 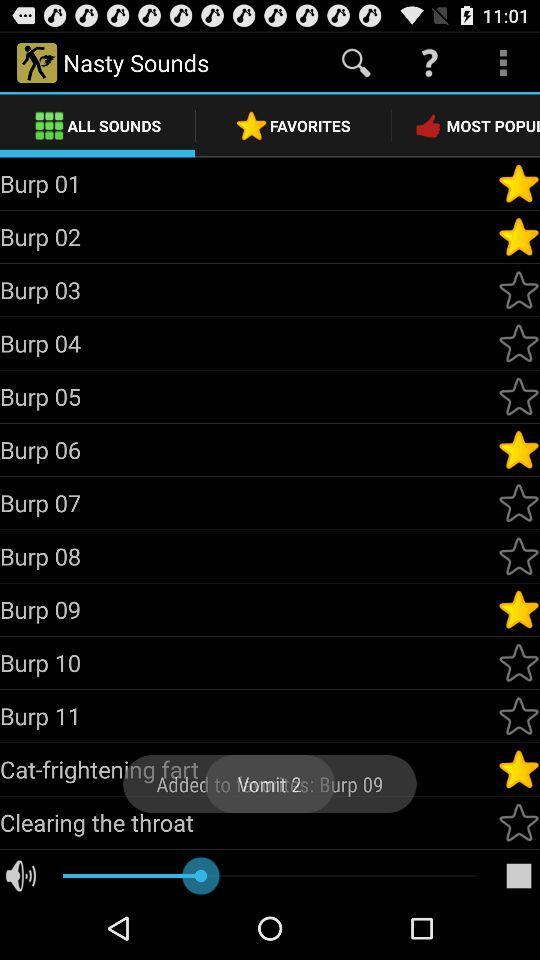 What do you see at coordinates (518, 556) in the screenshot?
I see `to favorites` at bounding box center [518, 556].